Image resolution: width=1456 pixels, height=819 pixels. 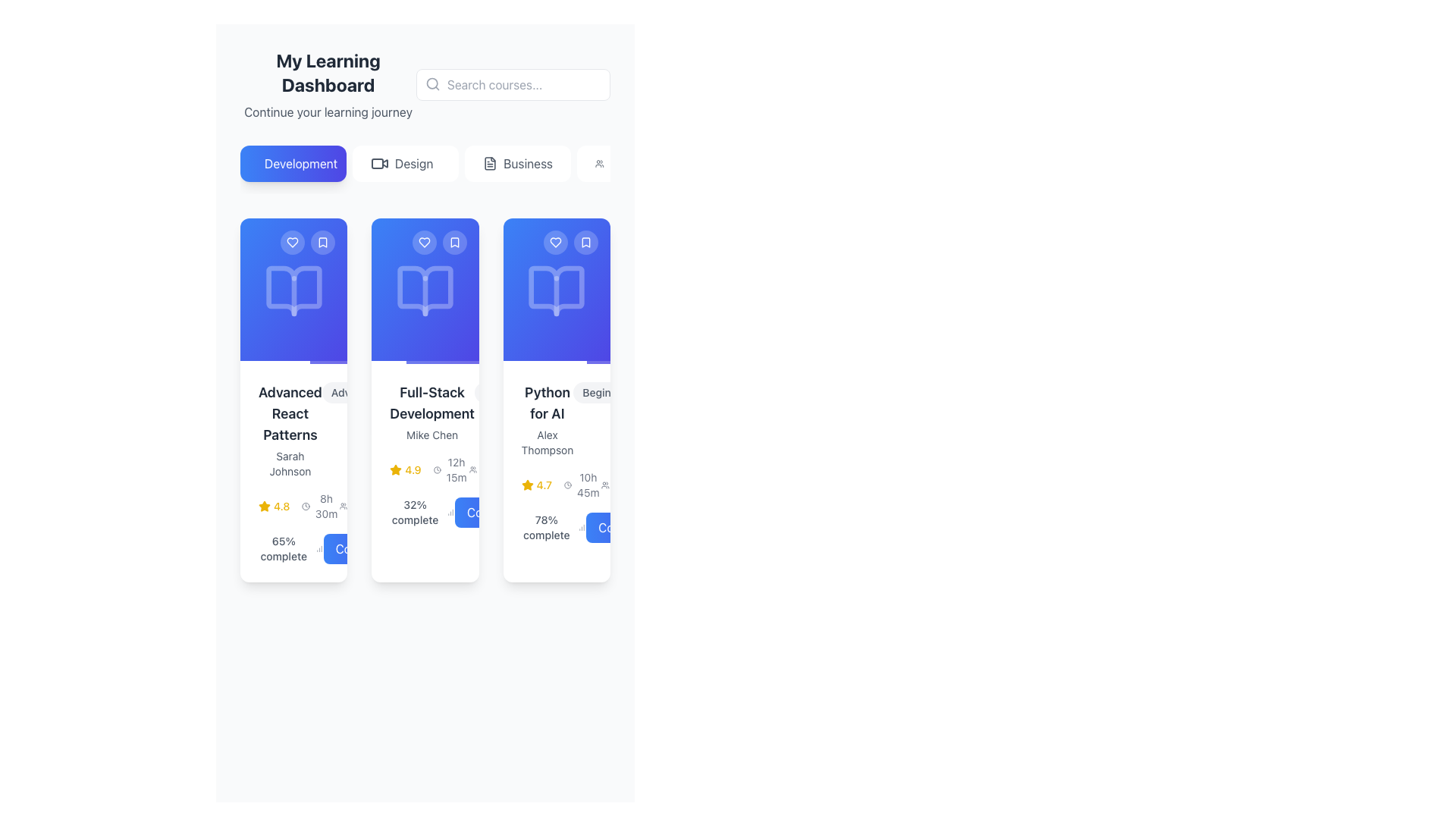 I want to click on the text label that serves as the title of the course or content in the first card of the horizontally aligned card group, located above 'Sarah Johnson' and below the book icon, so click(x=290, y=414).